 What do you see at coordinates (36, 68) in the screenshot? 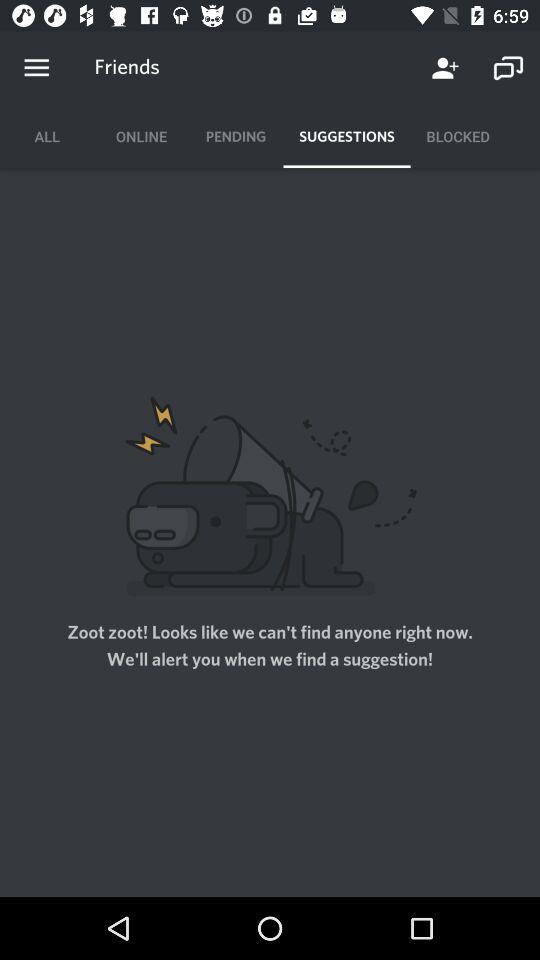
I see `the icon above all item` at bounding box center [36, 68].